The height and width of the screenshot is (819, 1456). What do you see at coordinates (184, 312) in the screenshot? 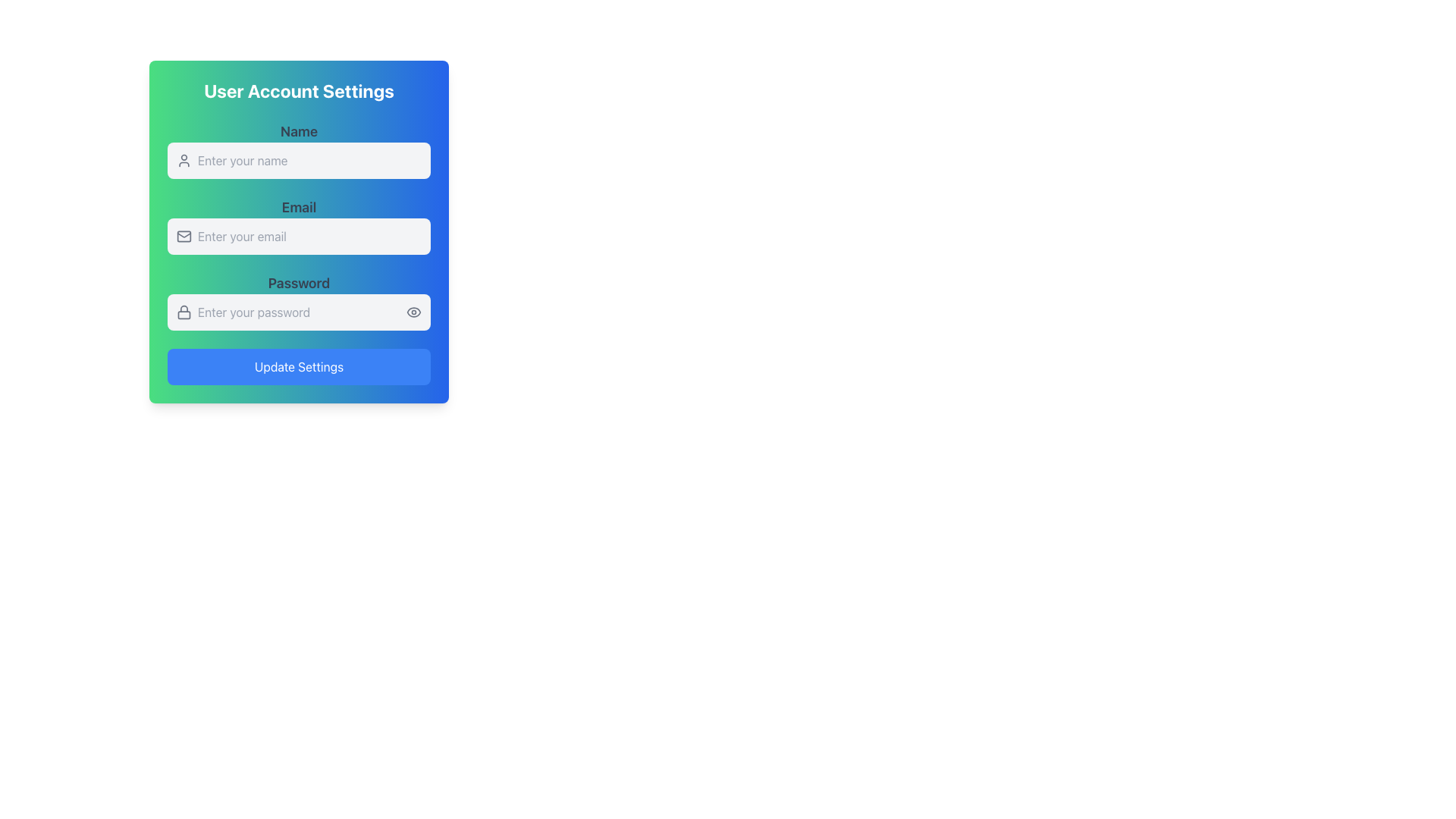
I see `the password indicator icon located on the left side of the password input field in the user account settings form` at bounding box center [184, 312].